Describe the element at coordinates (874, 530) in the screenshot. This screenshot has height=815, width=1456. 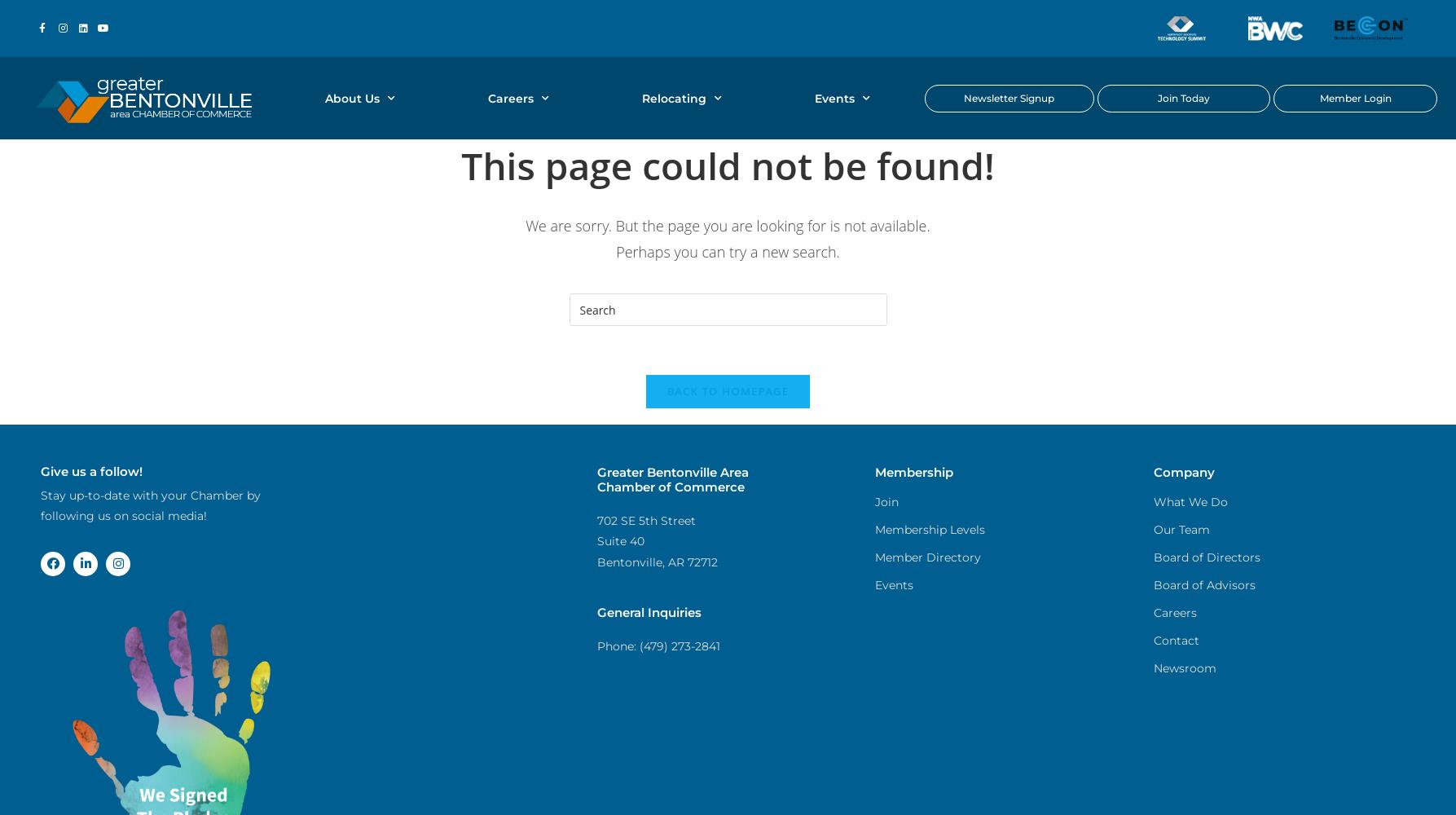
I see `'Membership Levels'` at that location.